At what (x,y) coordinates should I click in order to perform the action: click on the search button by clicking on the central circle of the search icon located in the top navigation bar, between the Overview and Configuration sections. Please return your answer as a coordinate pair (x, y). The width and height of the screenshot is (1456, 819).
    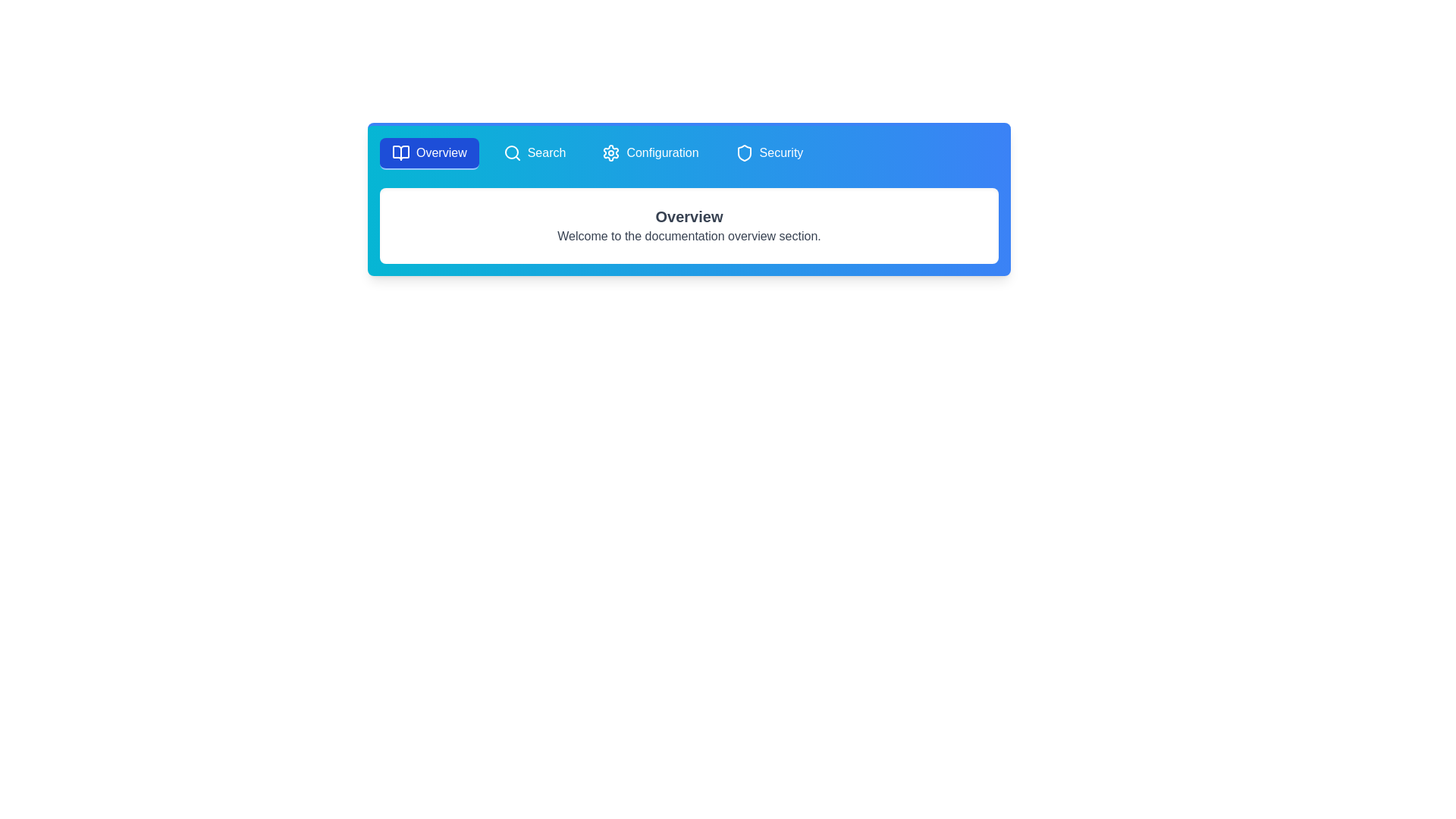
    Looking at the image, I should click on (511, 152).